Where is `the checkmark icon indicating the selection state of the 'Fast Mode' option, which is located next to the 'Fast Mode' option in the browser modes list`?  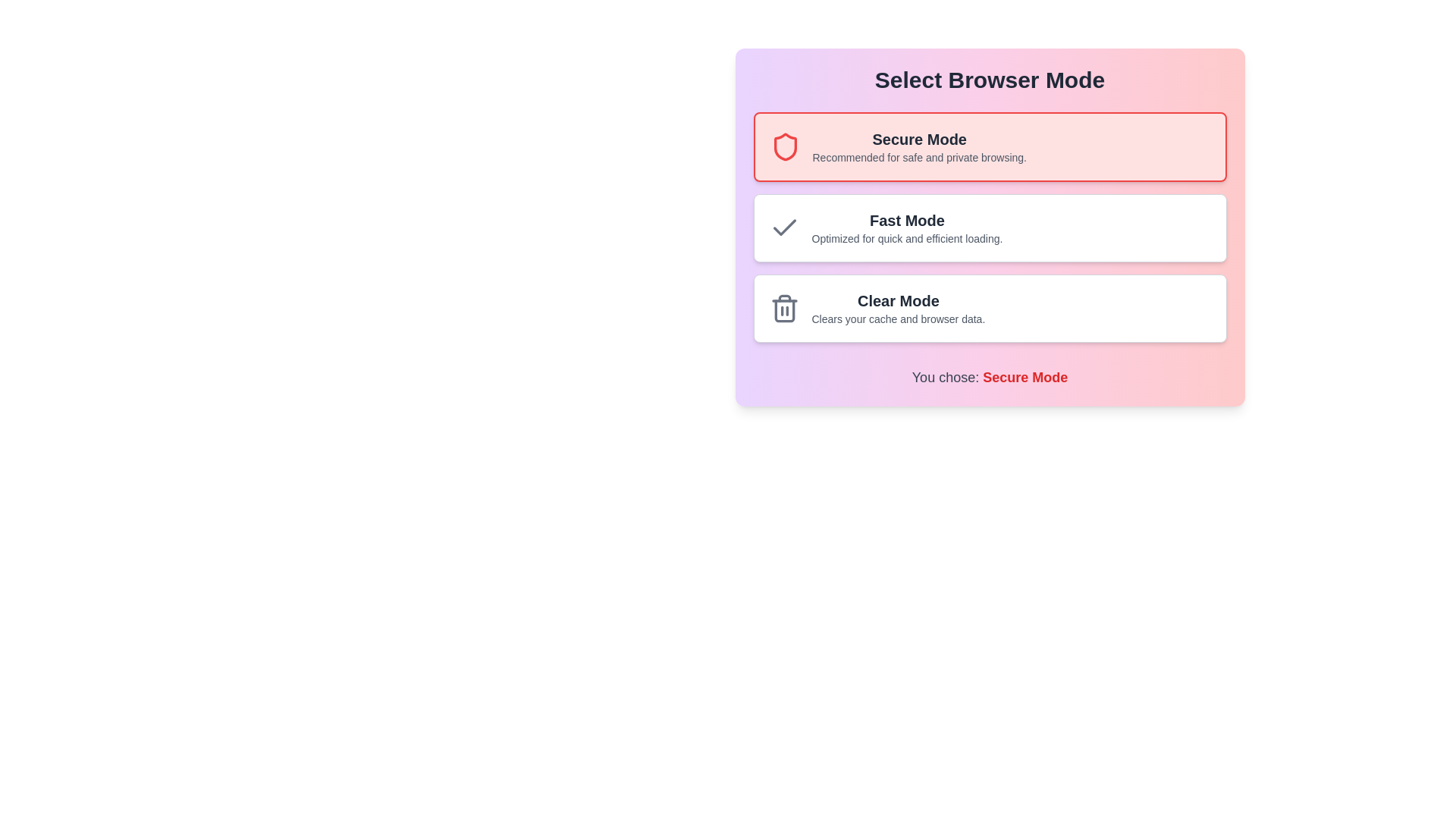 the checkmark icon indicating the selection state of the 'Fast Mode' option, which is located next to the 'Fast Mode' option in the browser modes list is located at coordinates (784, 227).